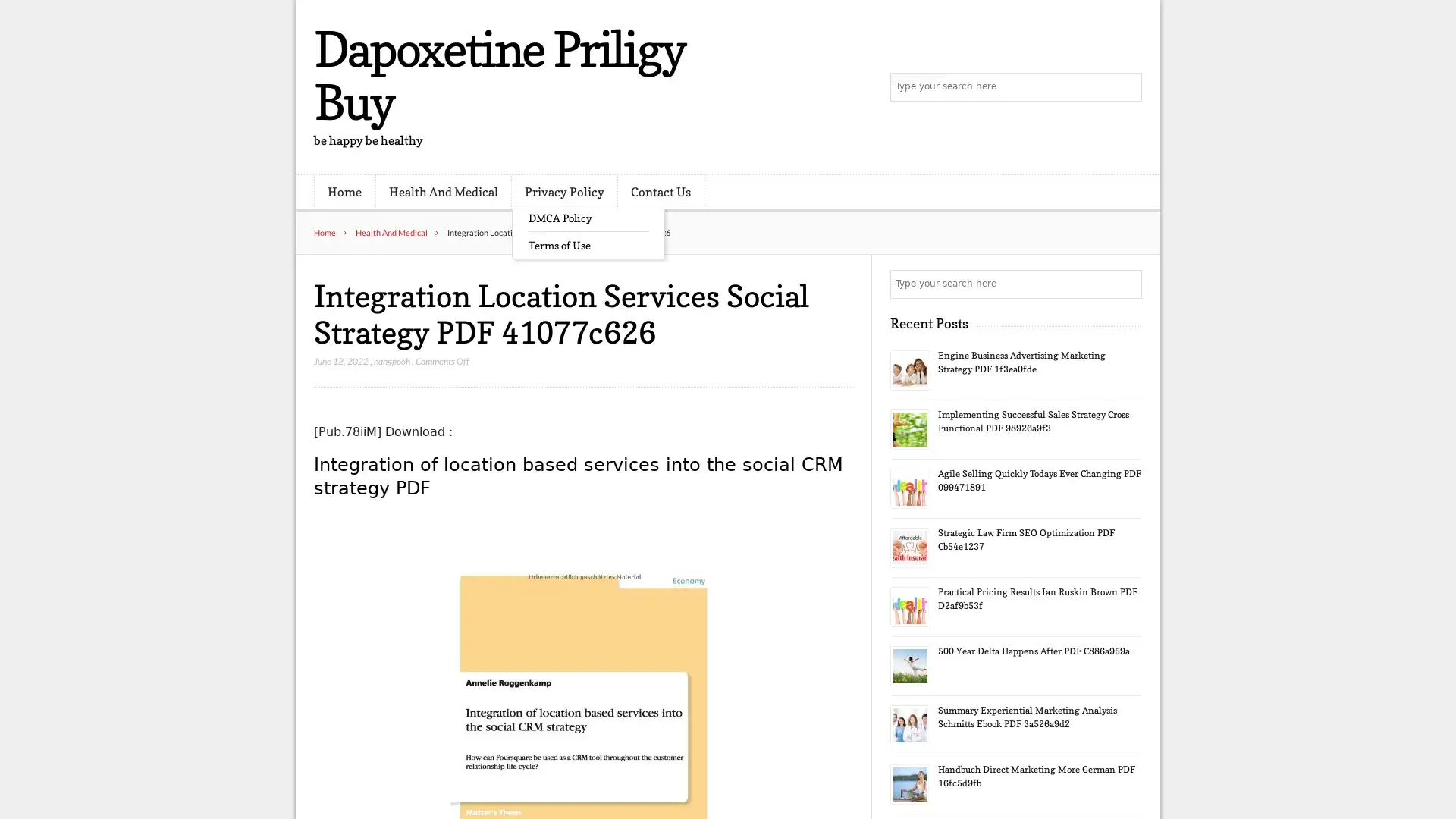 This screenshot has width=1456, height=819. What do you see at coordinates (1126, 87) in the screenshot?
I see `Search` at bounding box center [1126, 87].